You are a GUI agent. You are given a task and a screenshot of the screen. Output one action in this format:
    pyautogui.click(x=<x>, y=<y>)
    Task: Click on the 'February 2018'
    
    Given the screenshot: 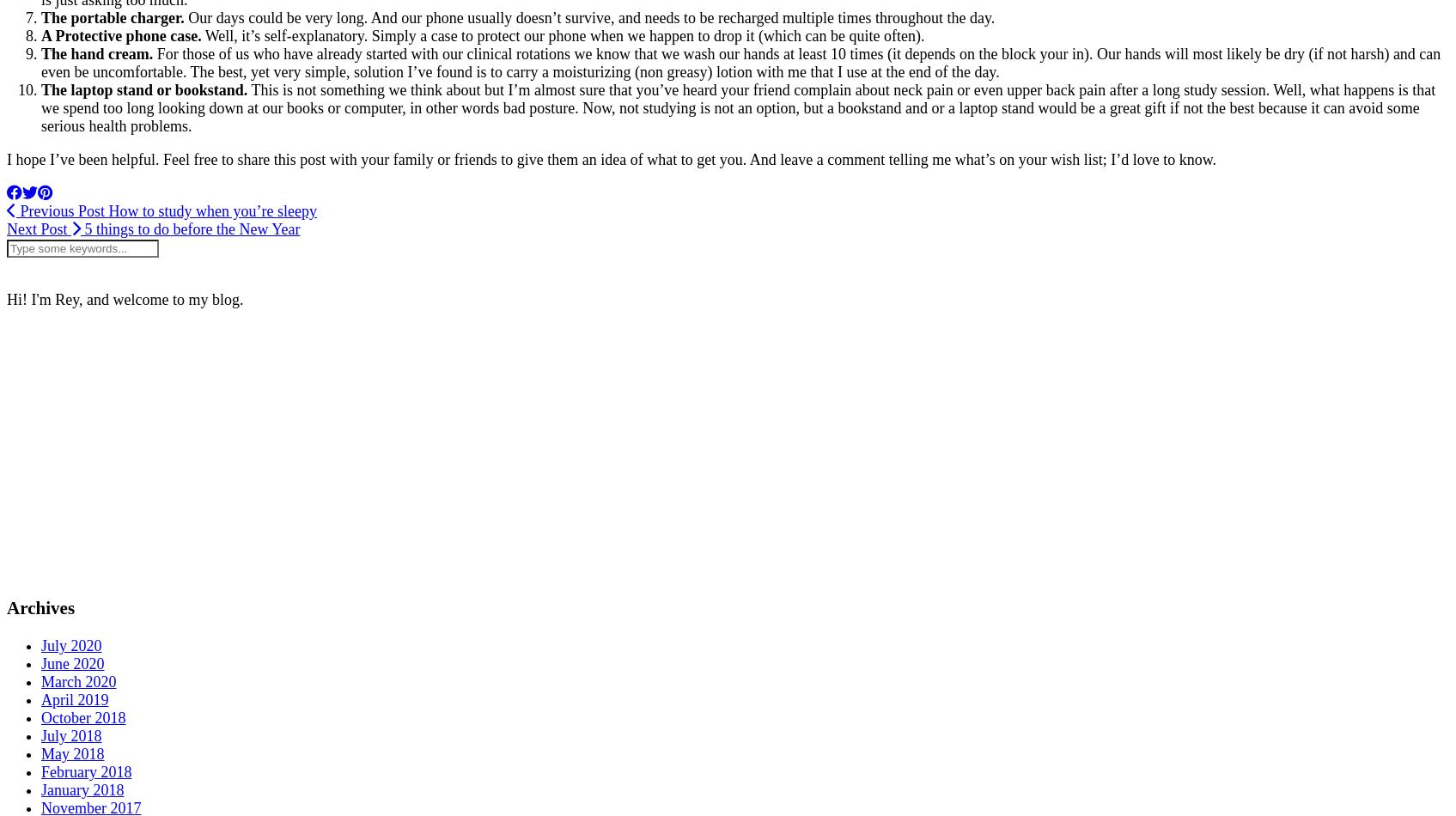 What is the action you would take?
    pyautogui.click(x=85, y=770)
    